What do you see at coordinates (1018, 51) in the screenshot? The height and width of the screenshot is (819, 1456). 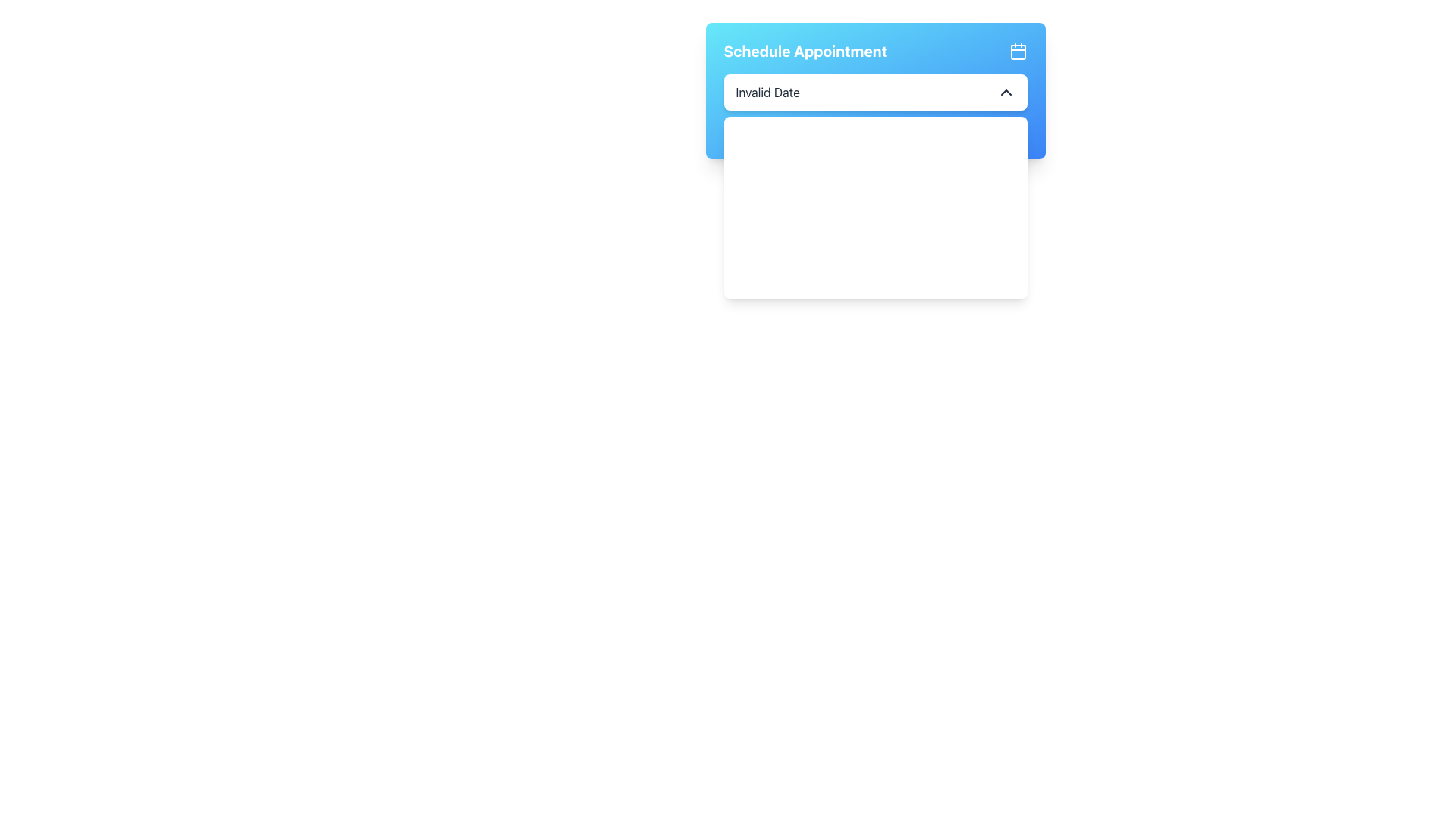 I see `the calendar icon located in the top-right corner of the 'Schedule Appointment' header` at bounding box center [1018, 51].